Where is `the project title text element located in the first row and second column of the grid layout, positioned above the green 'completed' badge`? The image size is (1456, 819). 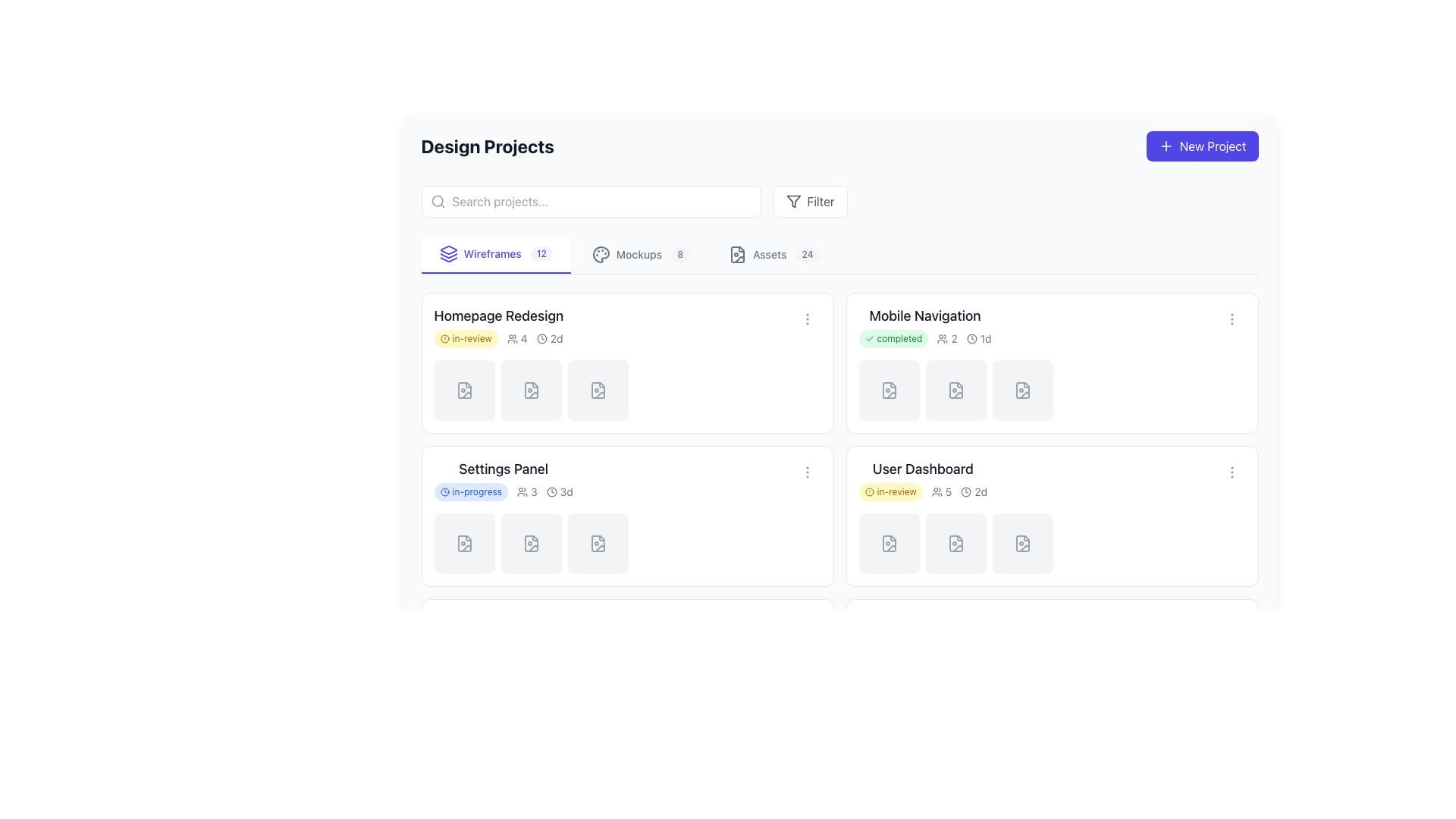 the project title text element located in the first row and second column of the grid layout, positioned above the green 'completed' badge is located at coordinates (924, 315).